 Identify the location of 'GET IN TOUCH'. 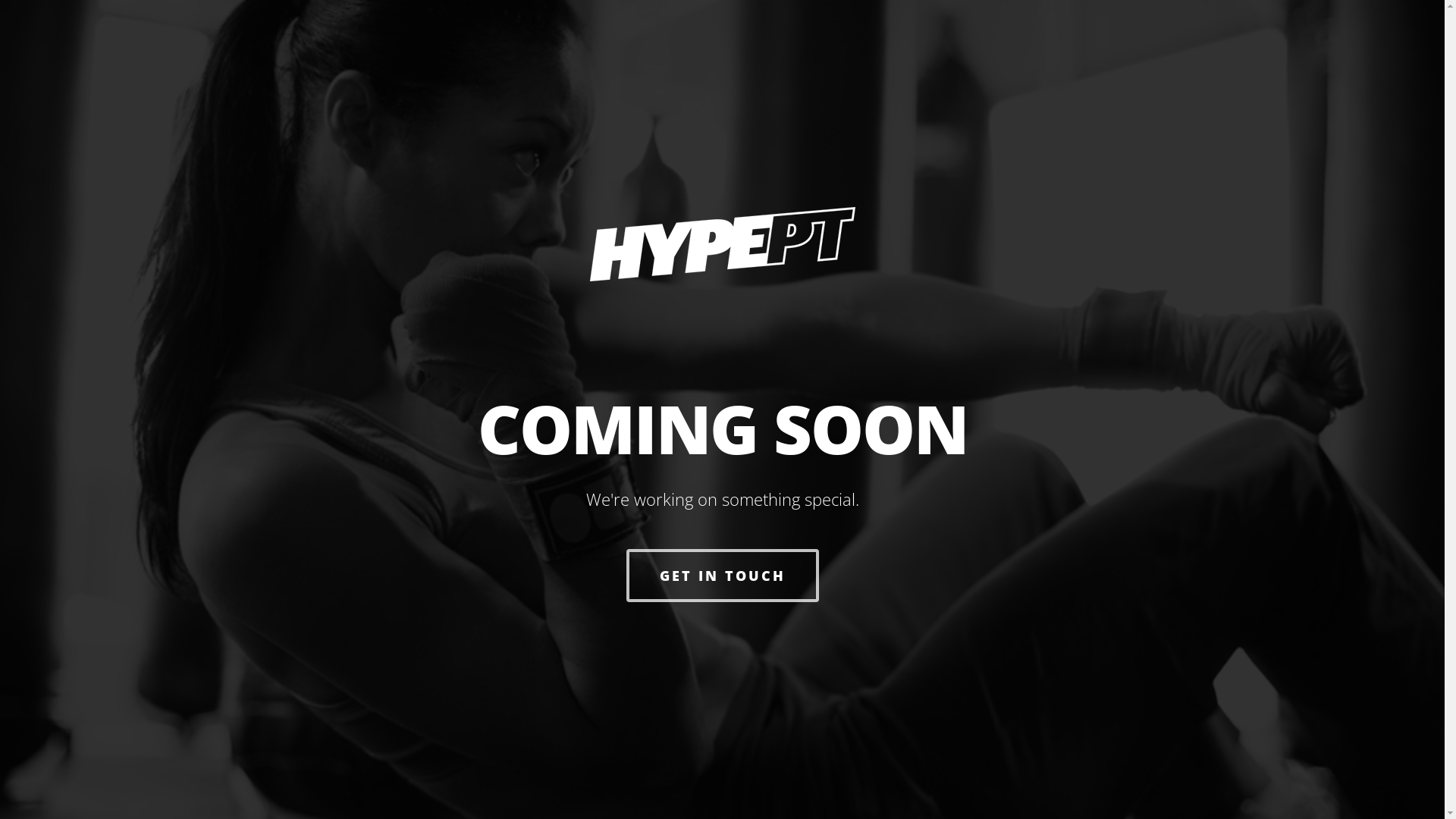
(722, 576).